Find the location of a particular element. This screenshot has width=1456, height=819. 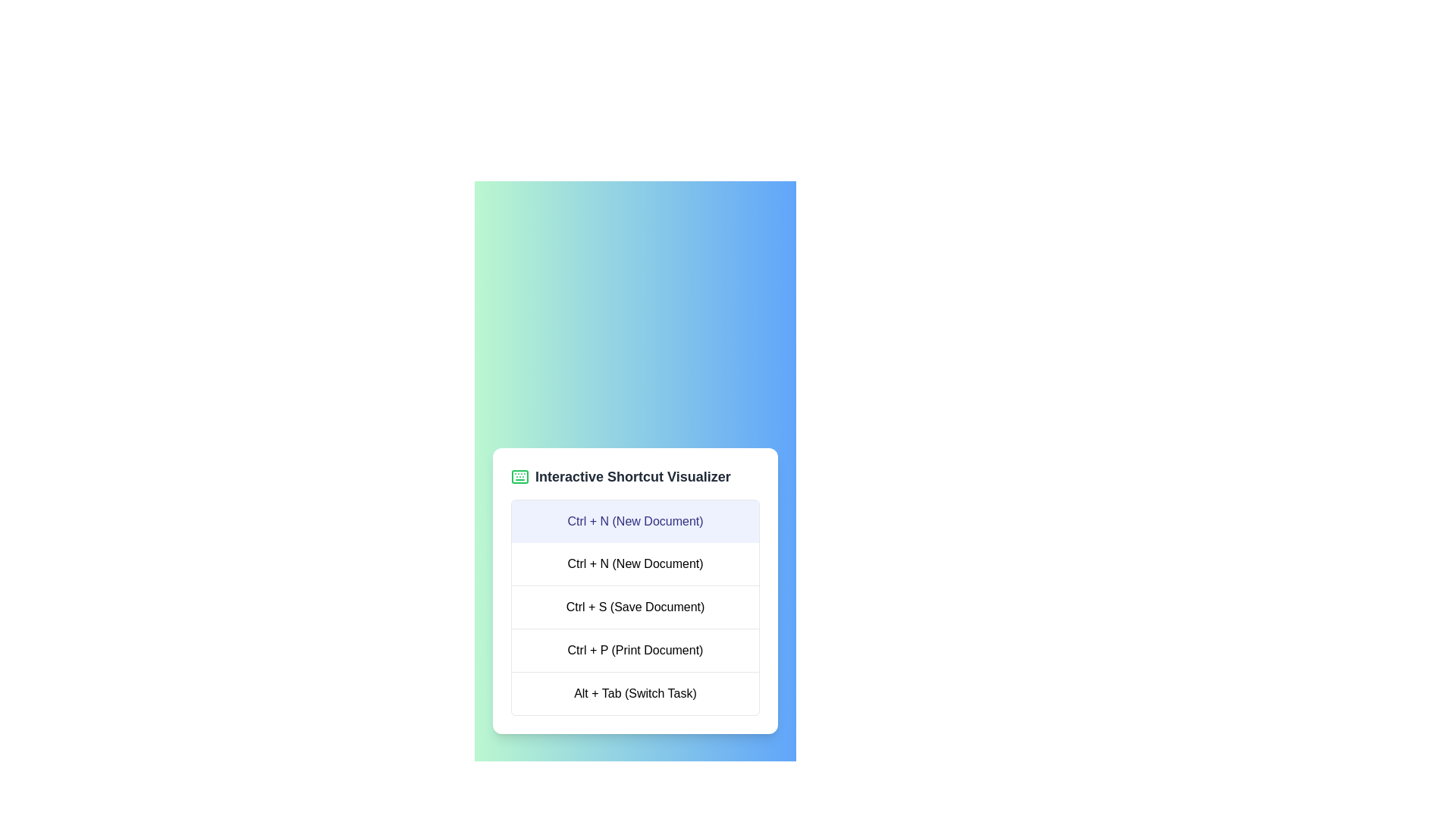

information presented in the static text component displaying a list of keyboard shortcuts located in the 'Interactive Shortcut Visualizer' card interface is located at coordinates (635, 607).